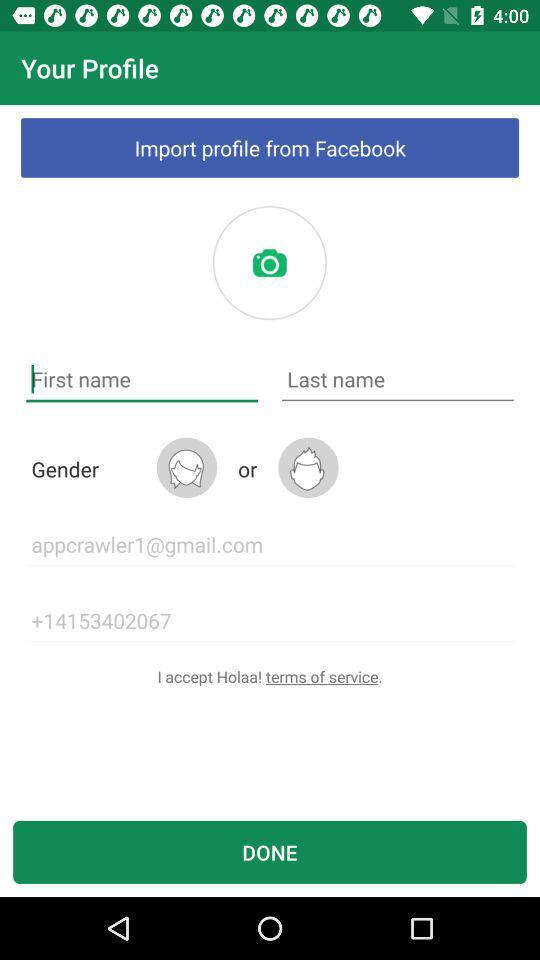 Image resolution: width=540 pixels, height=960 pixels. I want to click on the i accept holaa item, so click(270, 676).